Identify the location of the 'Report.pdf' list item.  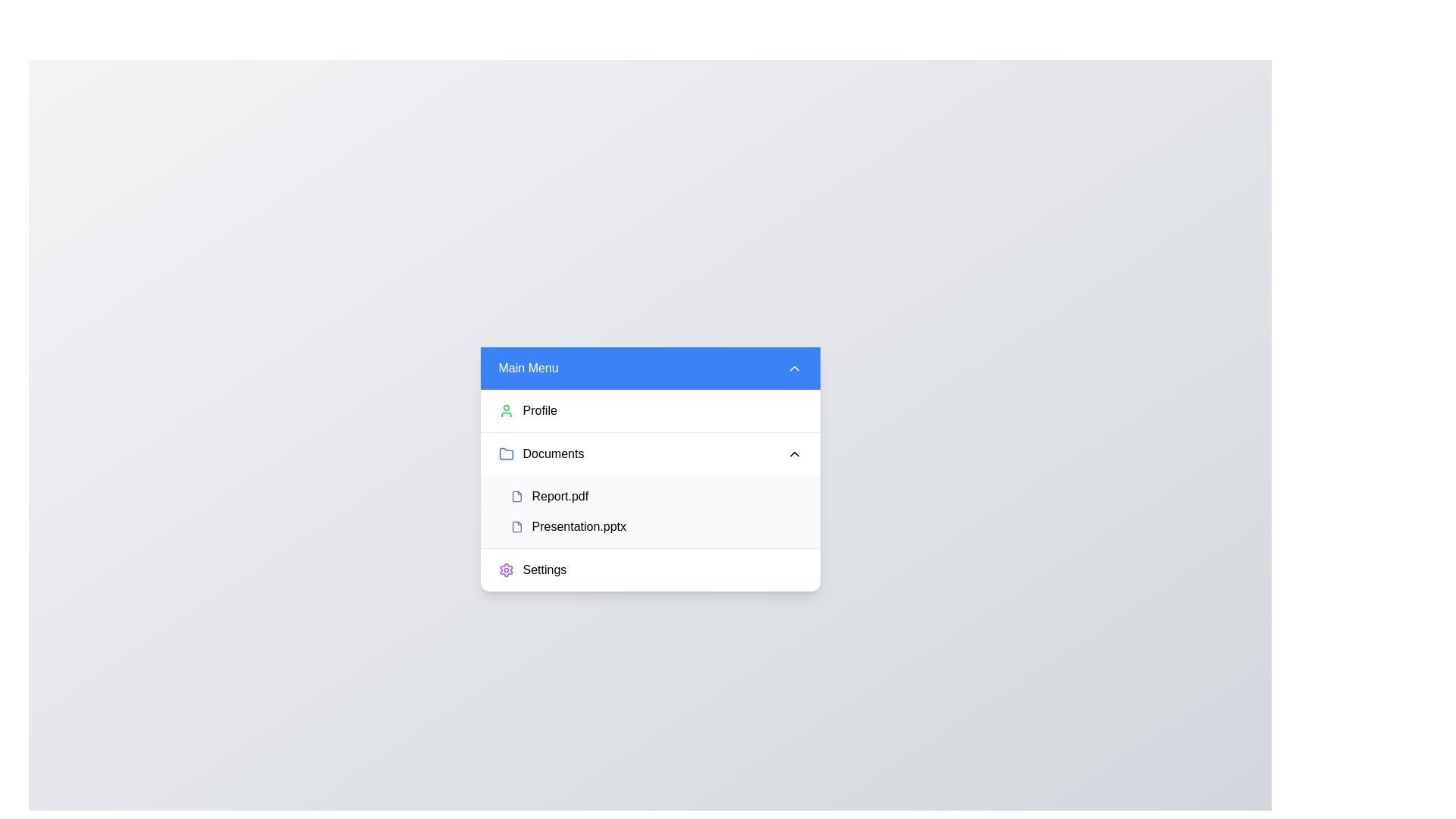
(650, 491).